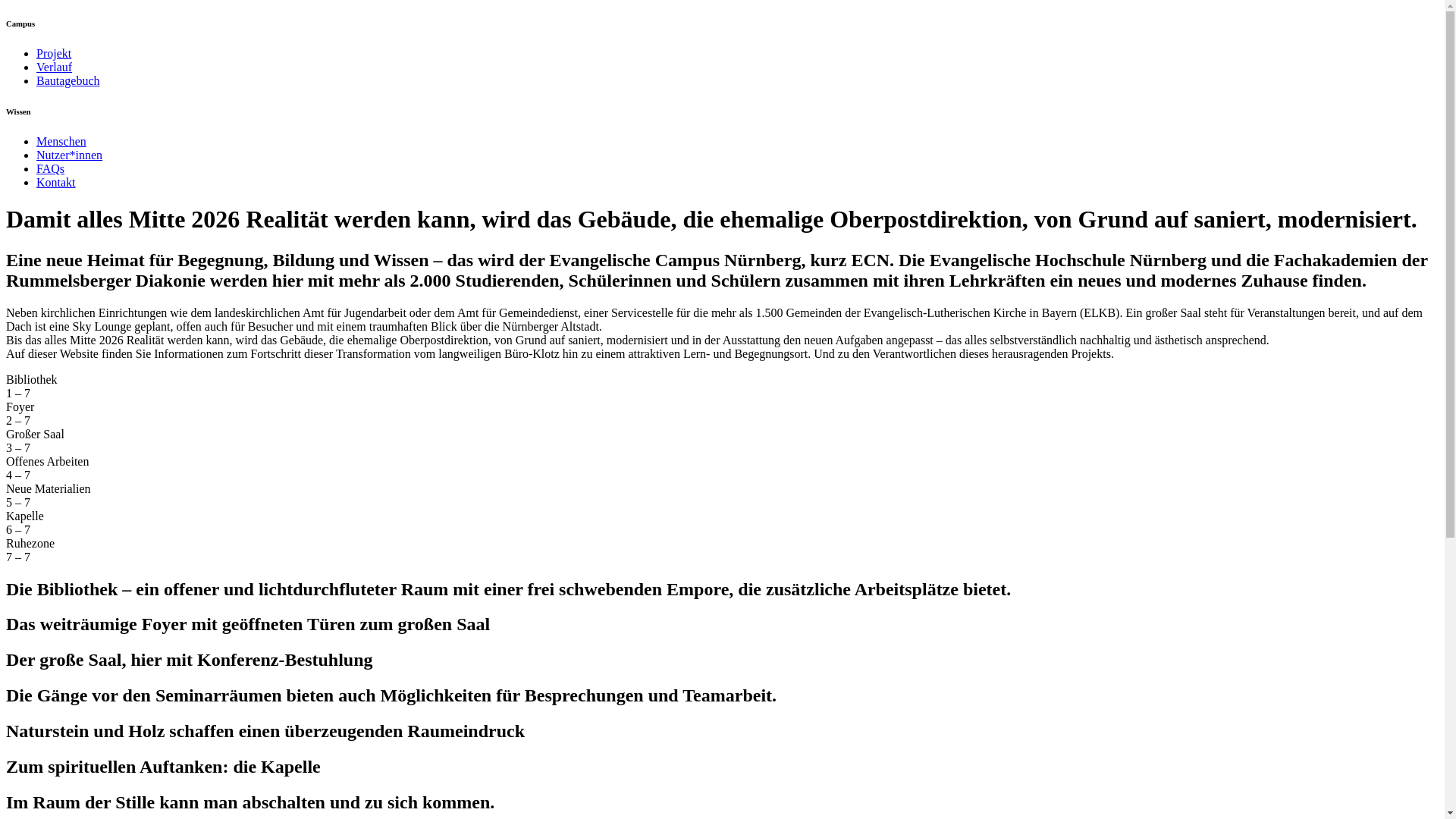  What do you see at coordinates (61, 141) in the screenshot?
I see `'Menschen'` at bounding box center [61, 141].